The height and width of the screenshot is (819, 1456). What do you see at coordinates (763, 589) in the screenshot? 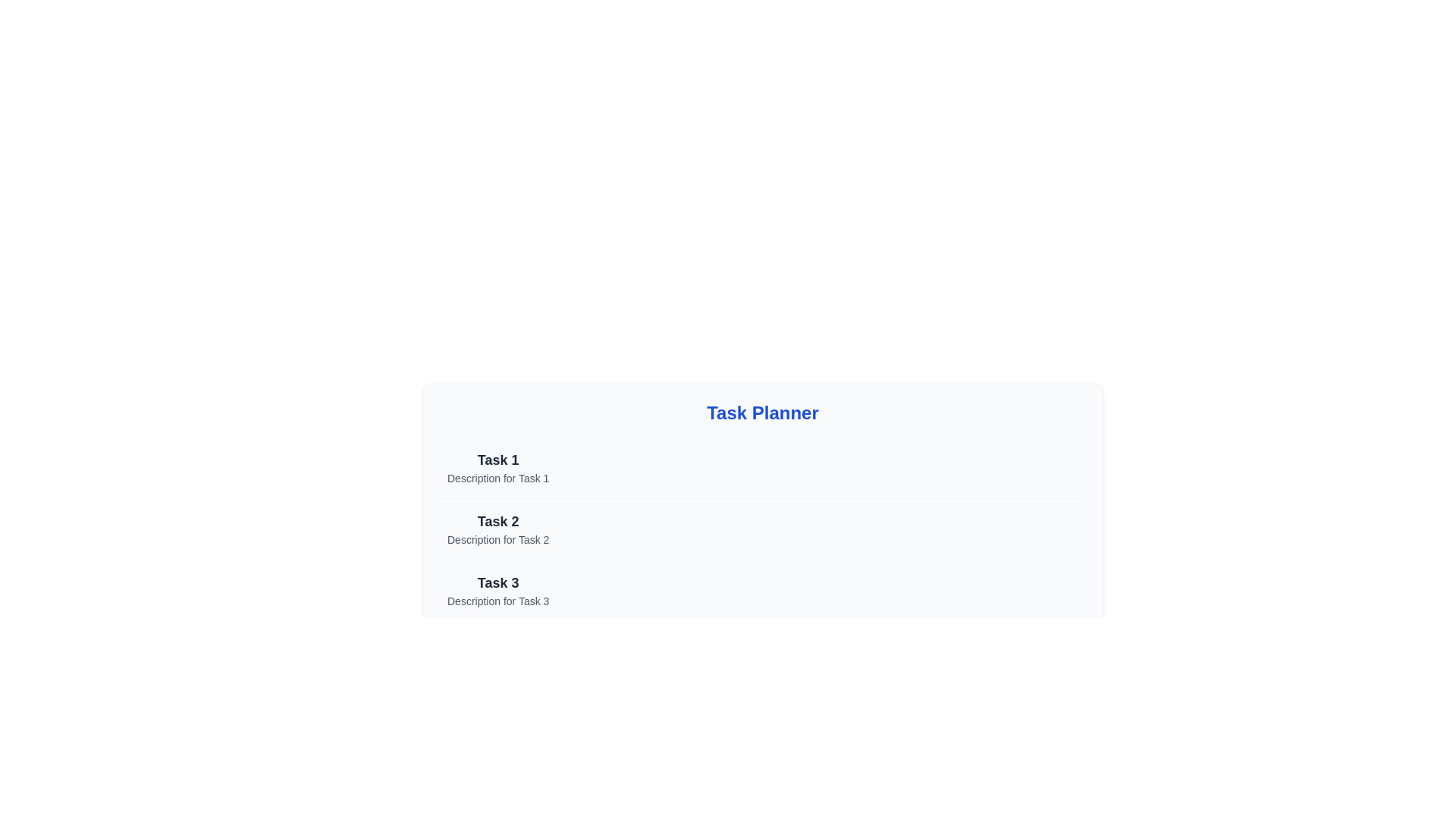
I see `inside the third task entry in the task planning list, which is located between 'Task 2' and 'Task 4'` at bounding box center [763, 589].